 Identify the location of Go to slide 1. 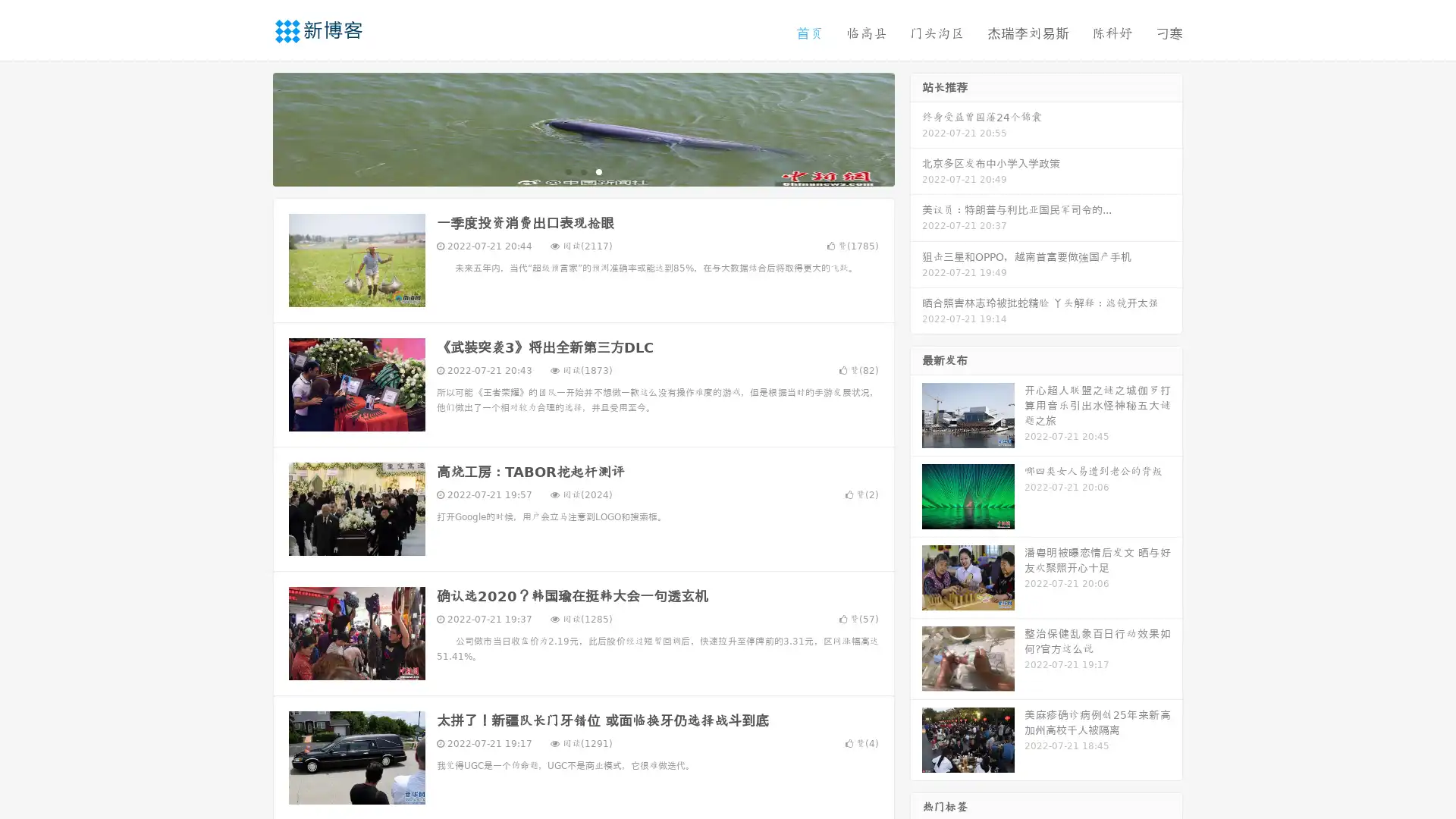
(567, 171).